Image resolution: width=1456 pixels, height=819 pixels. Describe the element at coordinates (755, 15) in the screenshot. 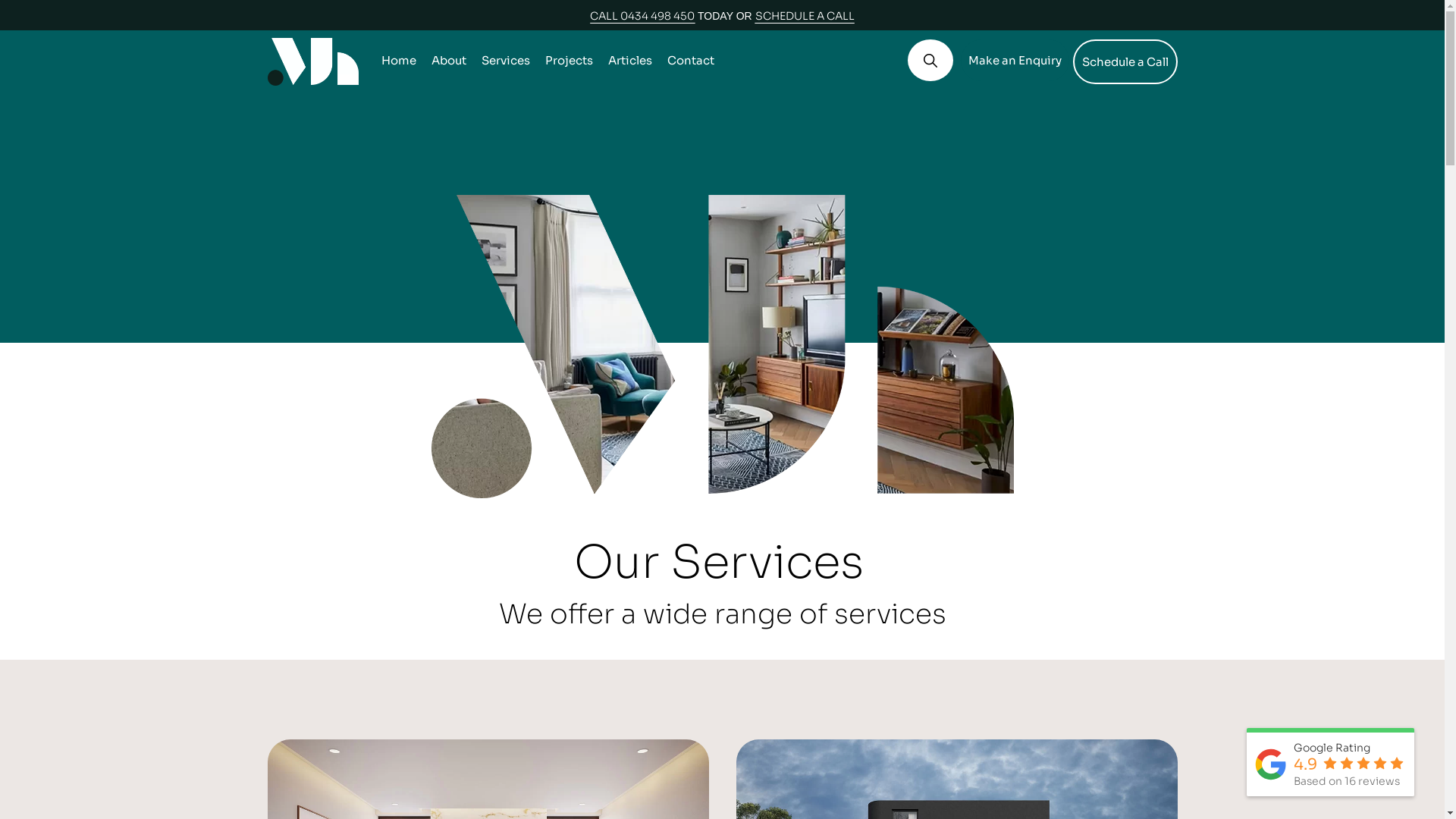

I see `'SCHEDULE A CALL'` at that location.